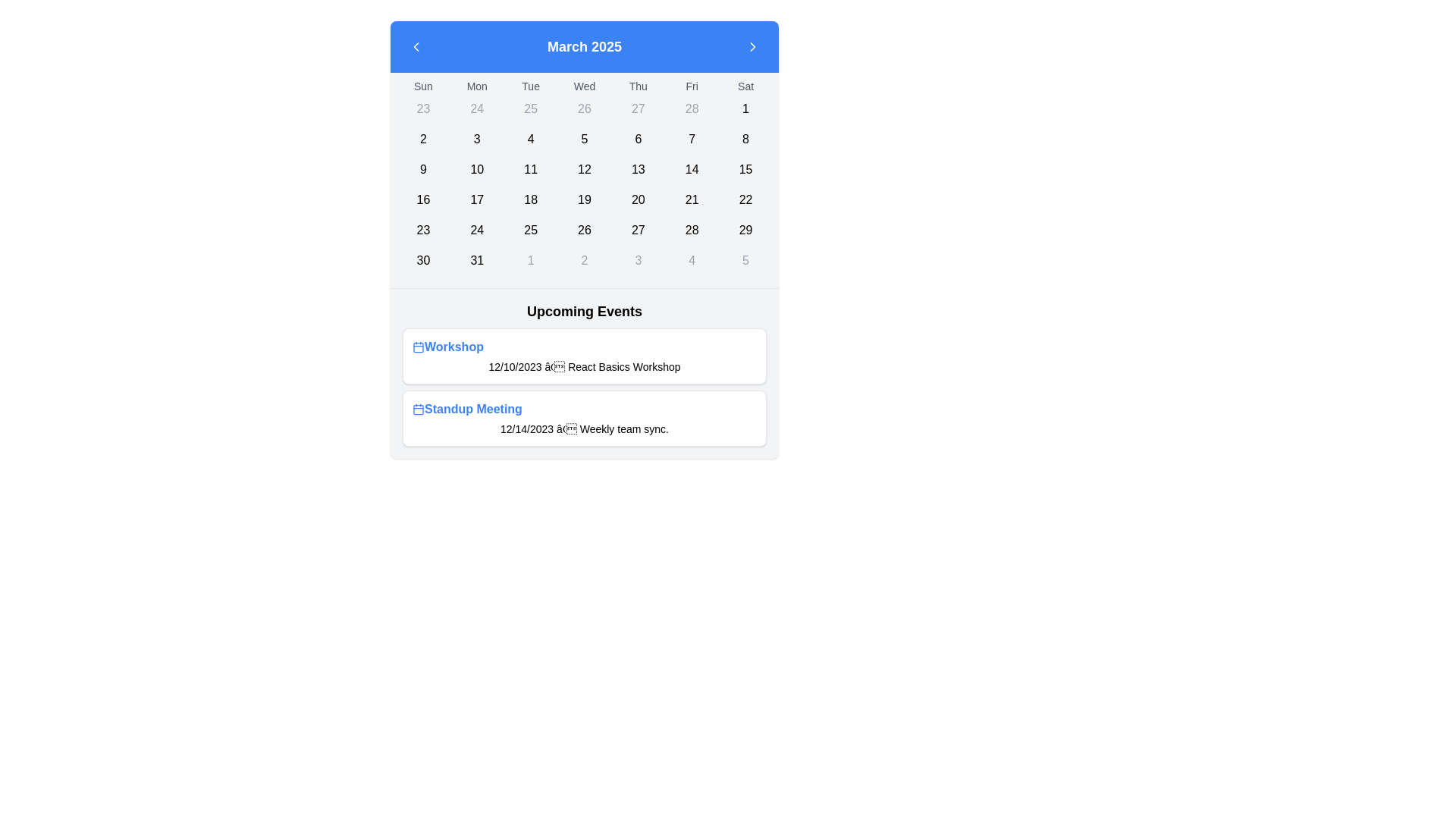  I want to click on the calendar day button representing March 3rd, located in the grid under the 'Mon' column, second row, so click(476, 140).